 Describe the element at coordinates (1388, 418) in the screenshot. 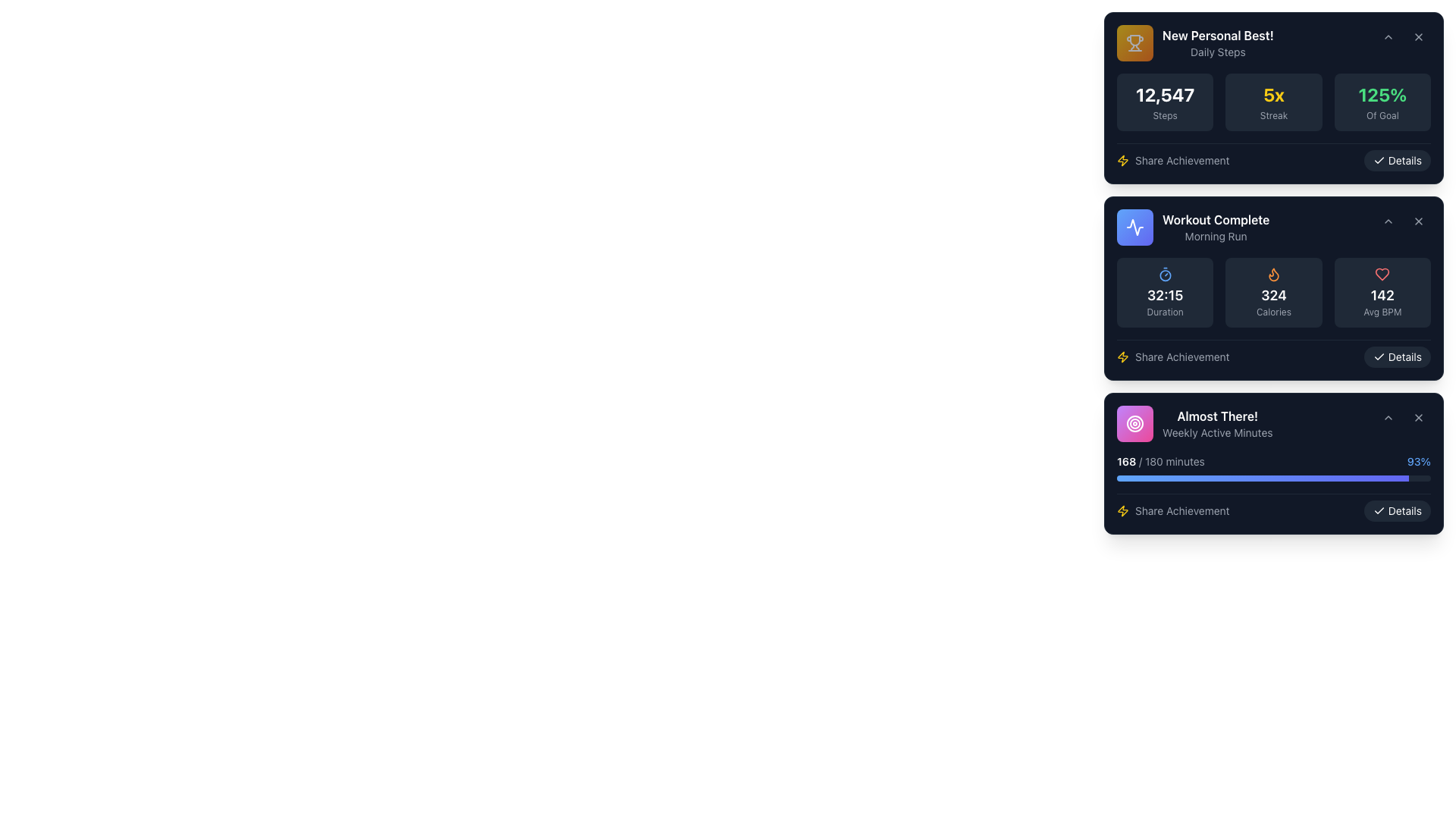

I see `the collapsible SVG icon located at the top right corner of the 'Almost There! Weekly Active Minutes' card` at that location.